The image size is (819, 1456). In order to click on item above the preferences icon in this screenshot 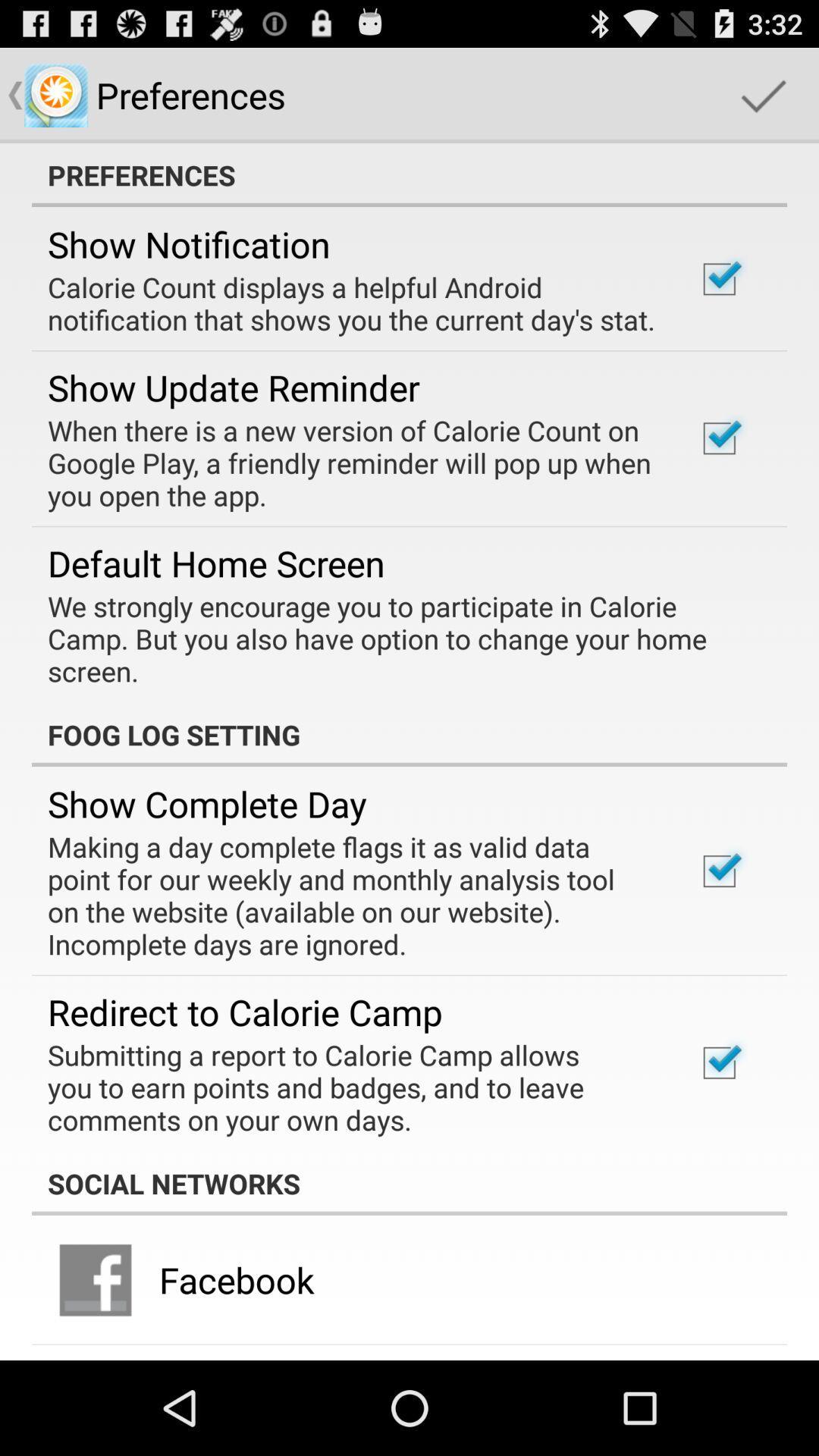, I will do `click(763, 94)`.